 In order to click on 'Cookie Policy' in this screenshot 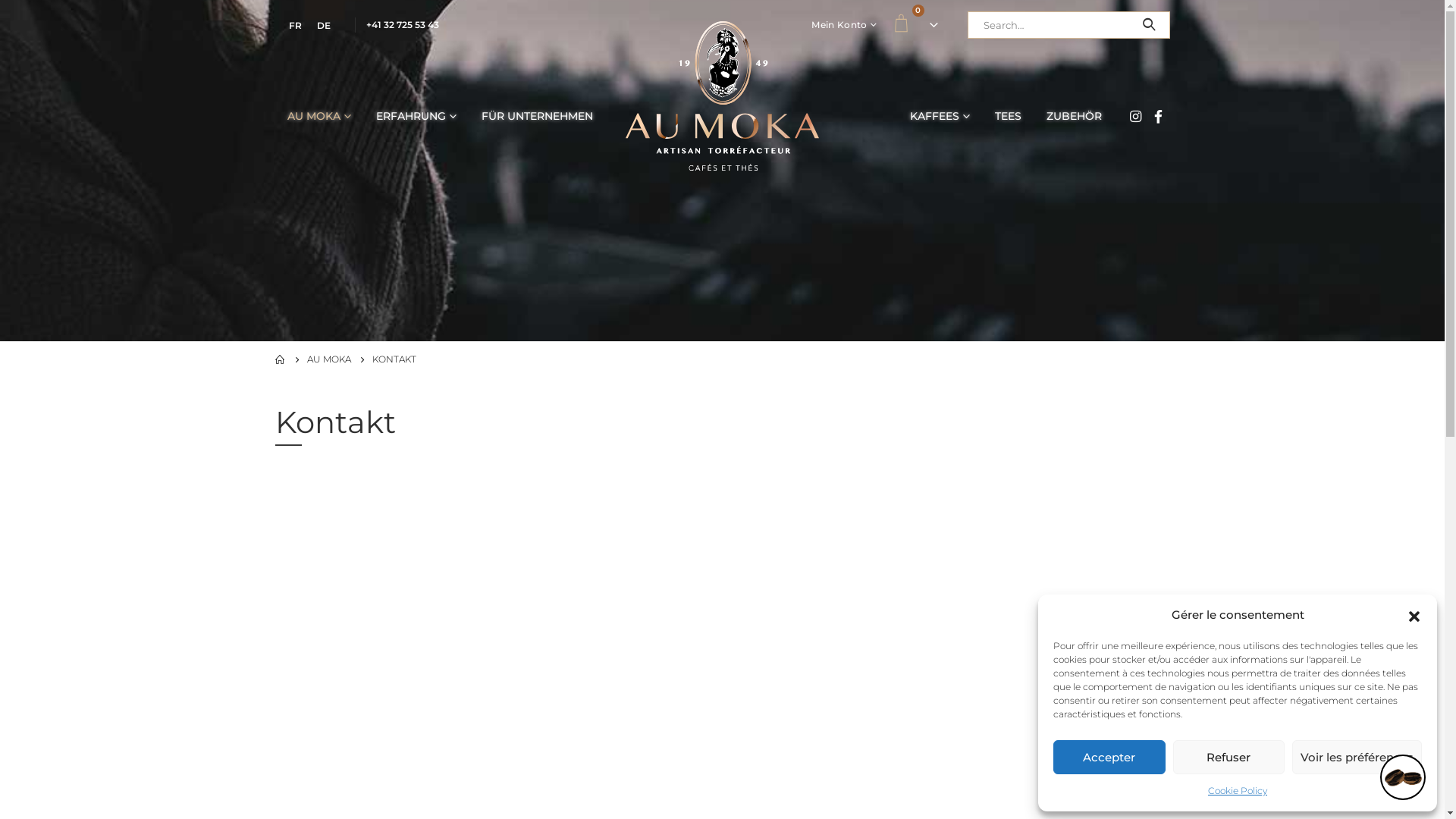, I will do `click(1238, 789)`.